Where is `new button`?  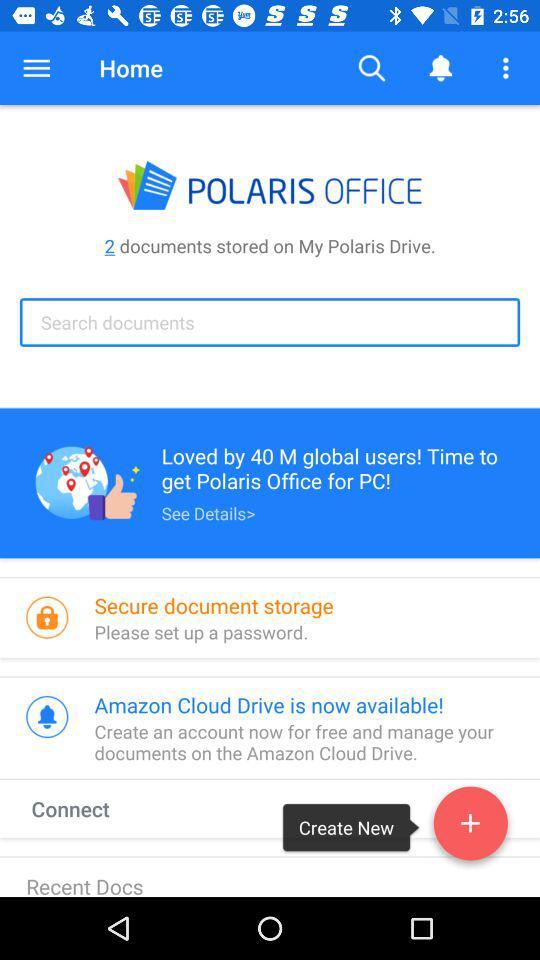
new button is located at coordinates (470, 827).